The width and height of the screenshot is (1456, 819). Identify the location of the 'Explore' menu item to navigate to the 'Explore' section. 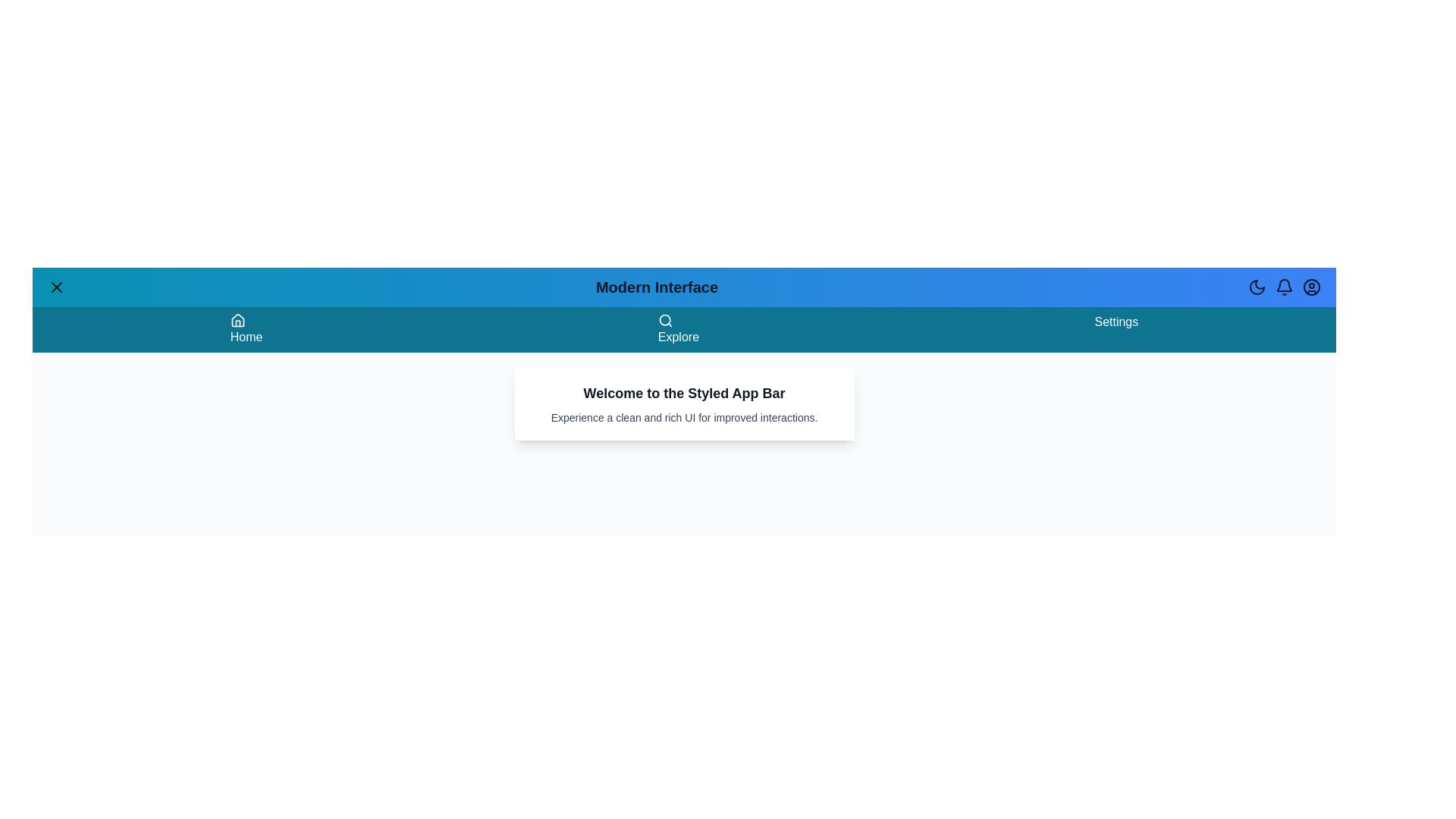
(676, 329).